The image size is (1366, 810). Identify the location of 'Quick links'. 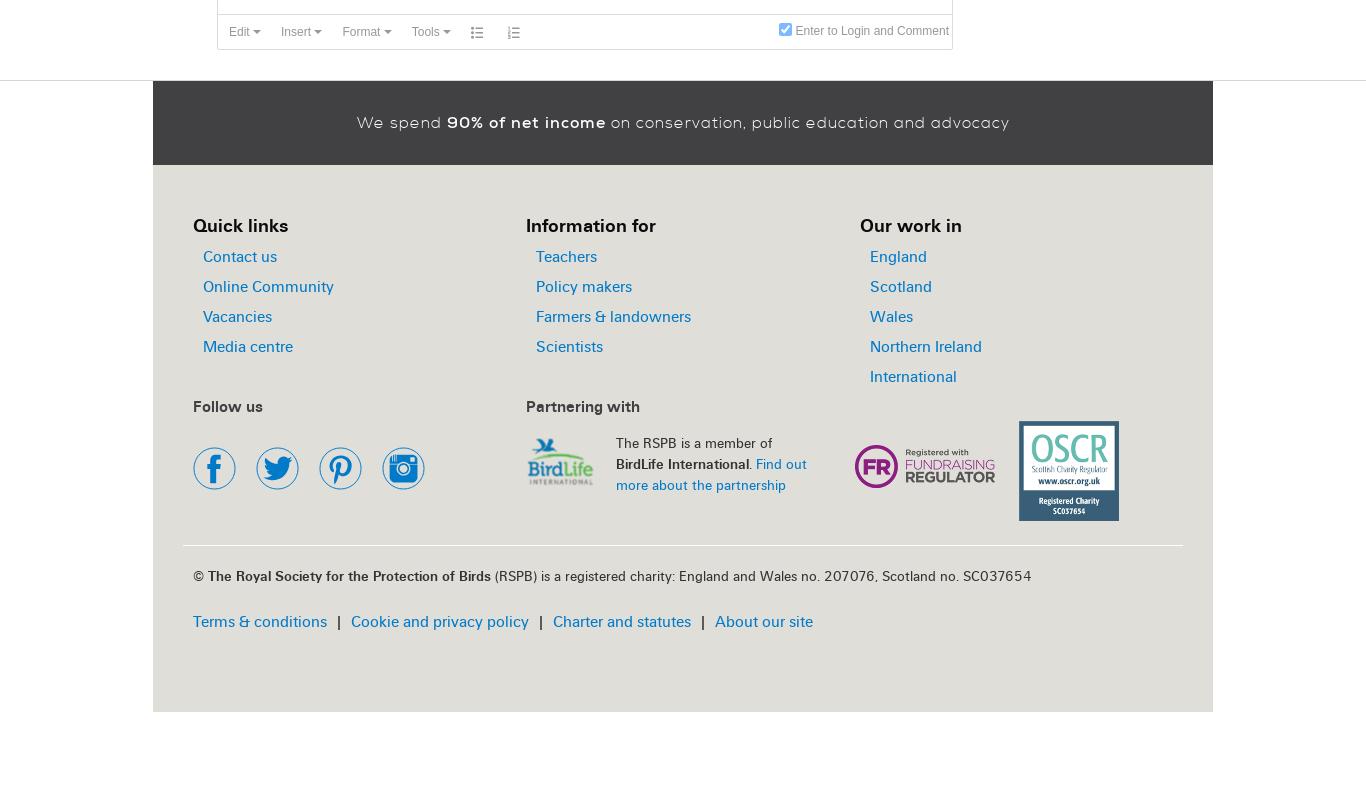
(192, 224).